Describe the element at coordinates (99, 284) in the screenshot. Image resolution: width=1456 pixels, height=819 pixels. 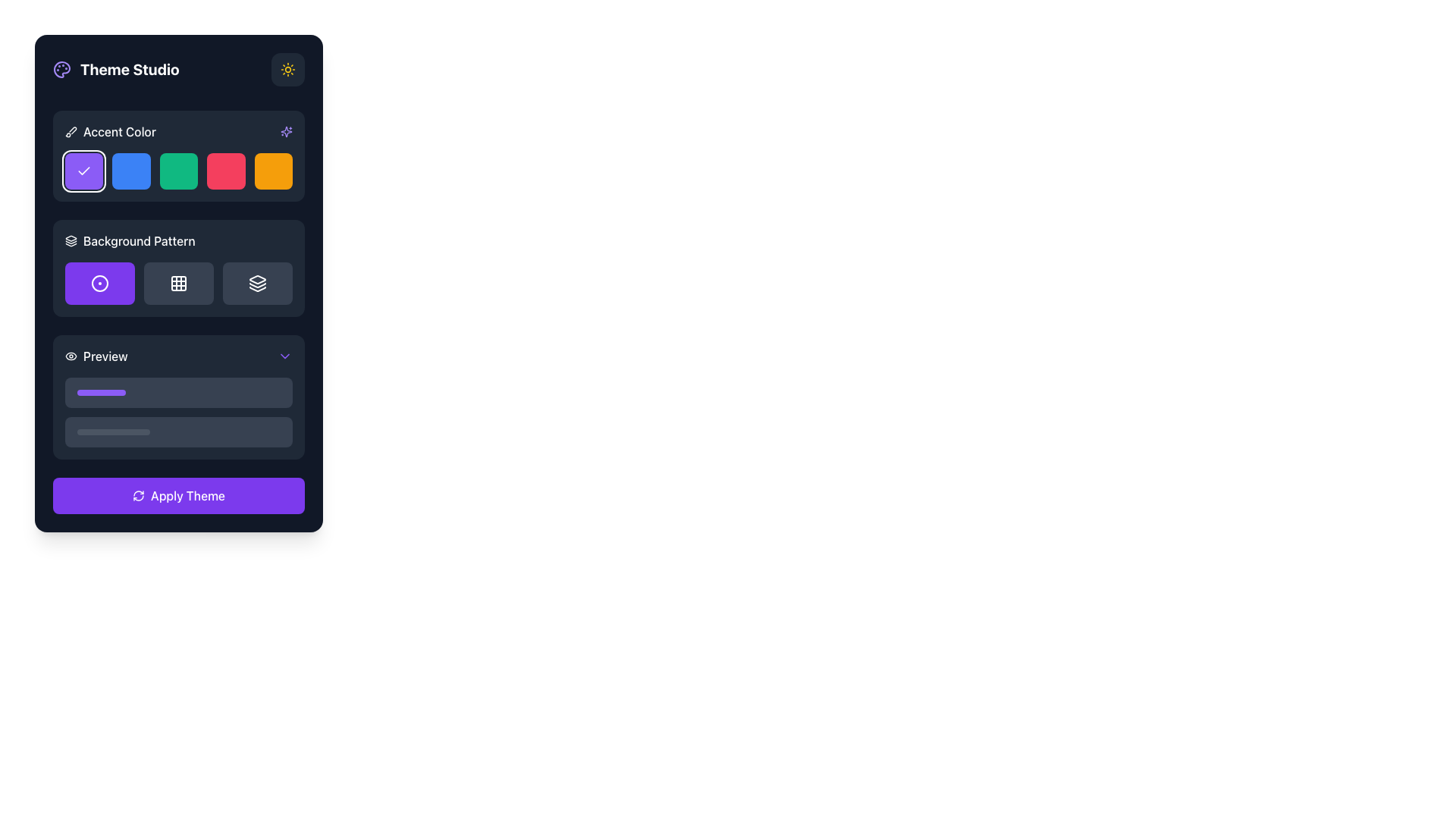
I see `the first button in the 'Background Pattern' section` at that location.